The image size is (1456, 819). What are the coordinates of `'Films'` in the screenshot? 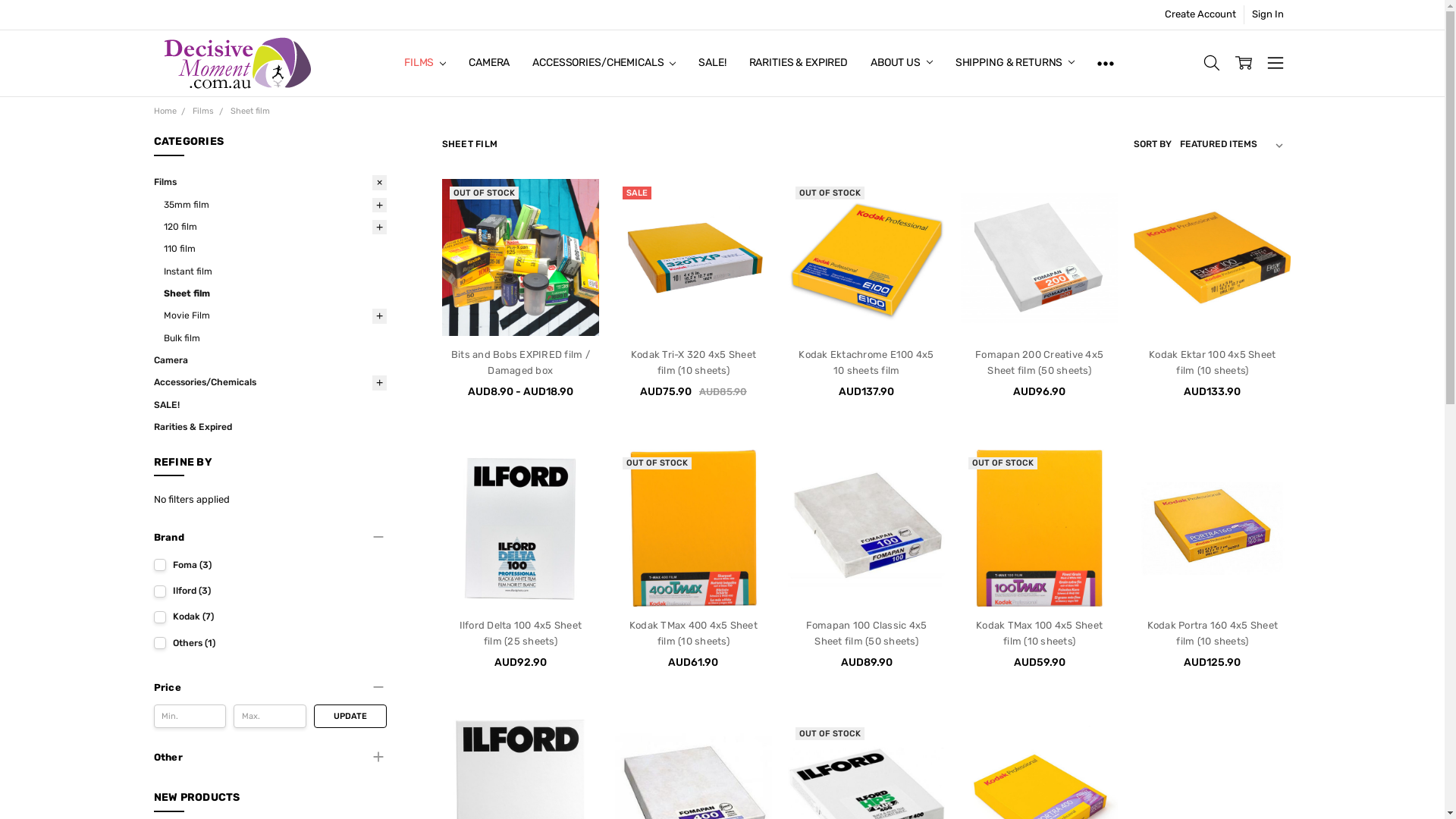 It's located at (202, 110).